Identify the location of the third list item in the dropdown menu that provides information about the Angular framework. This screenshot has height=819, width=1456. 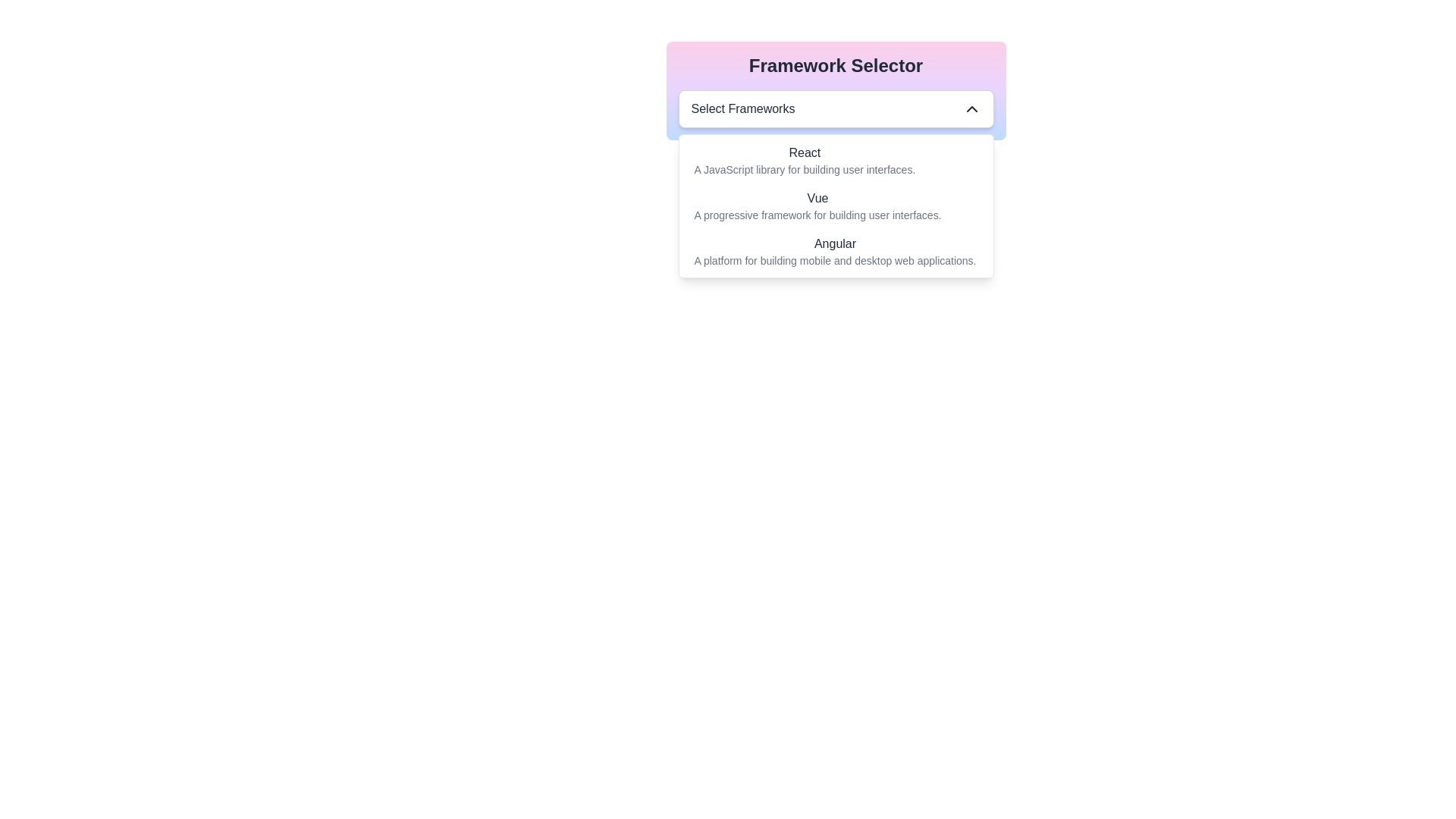
(834, 250).